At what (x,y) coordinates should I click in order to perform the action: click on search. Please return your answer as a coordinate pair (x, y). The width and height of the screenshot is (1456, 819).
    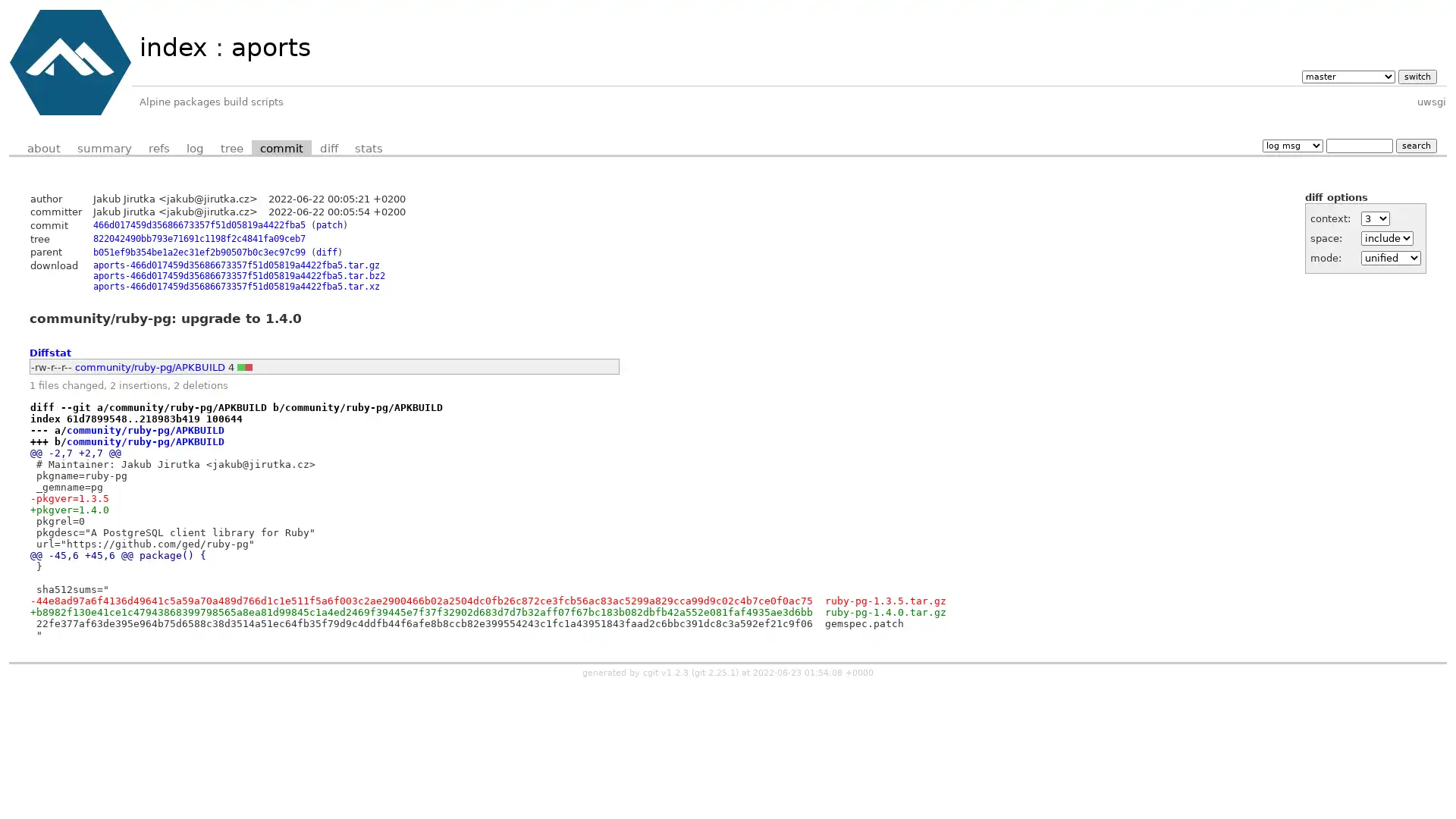
    Looking at the image, I should click on (1415, 145).